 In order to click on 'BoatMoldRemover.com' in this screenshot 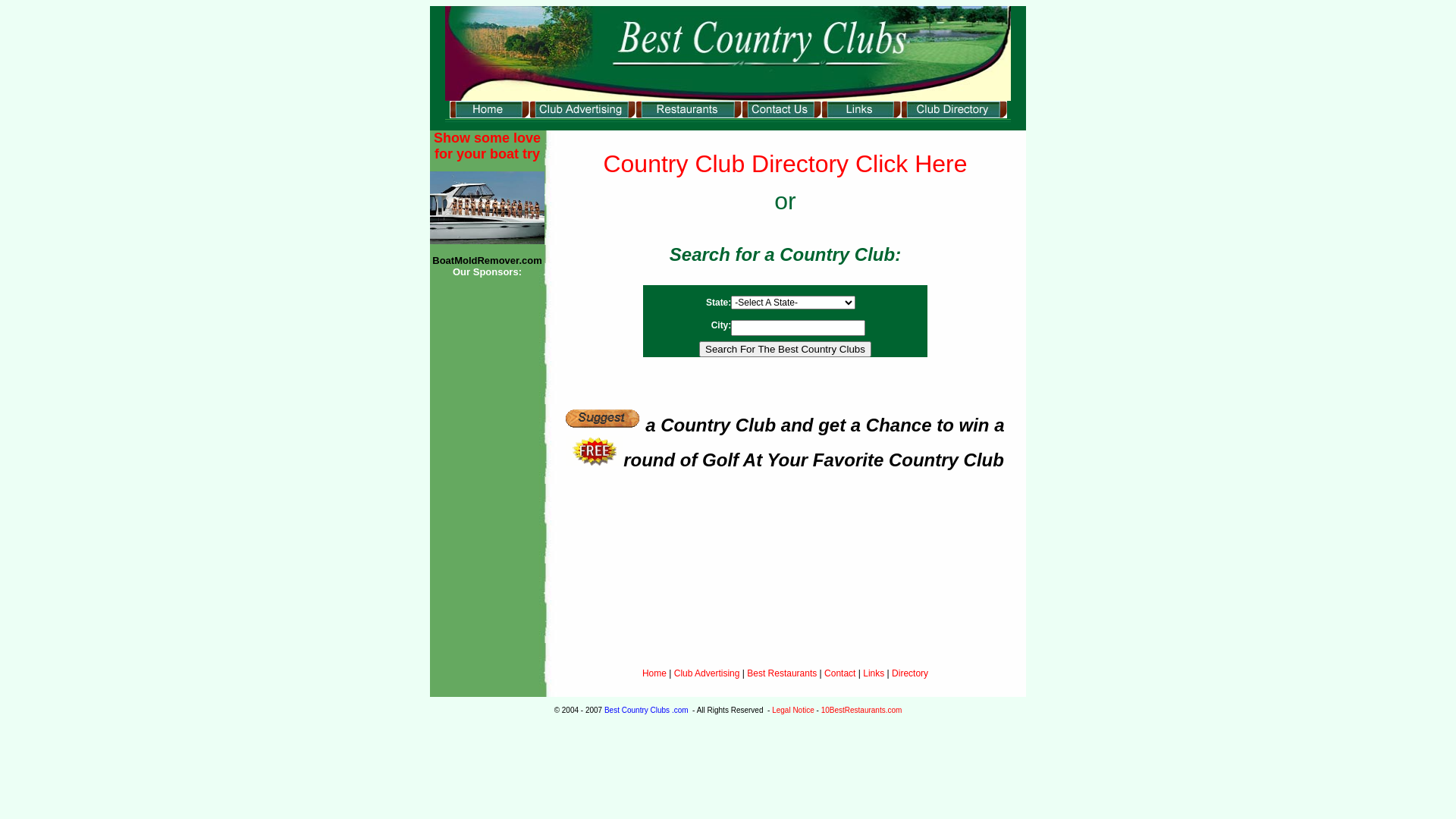, I will do `click(487, 259)`.